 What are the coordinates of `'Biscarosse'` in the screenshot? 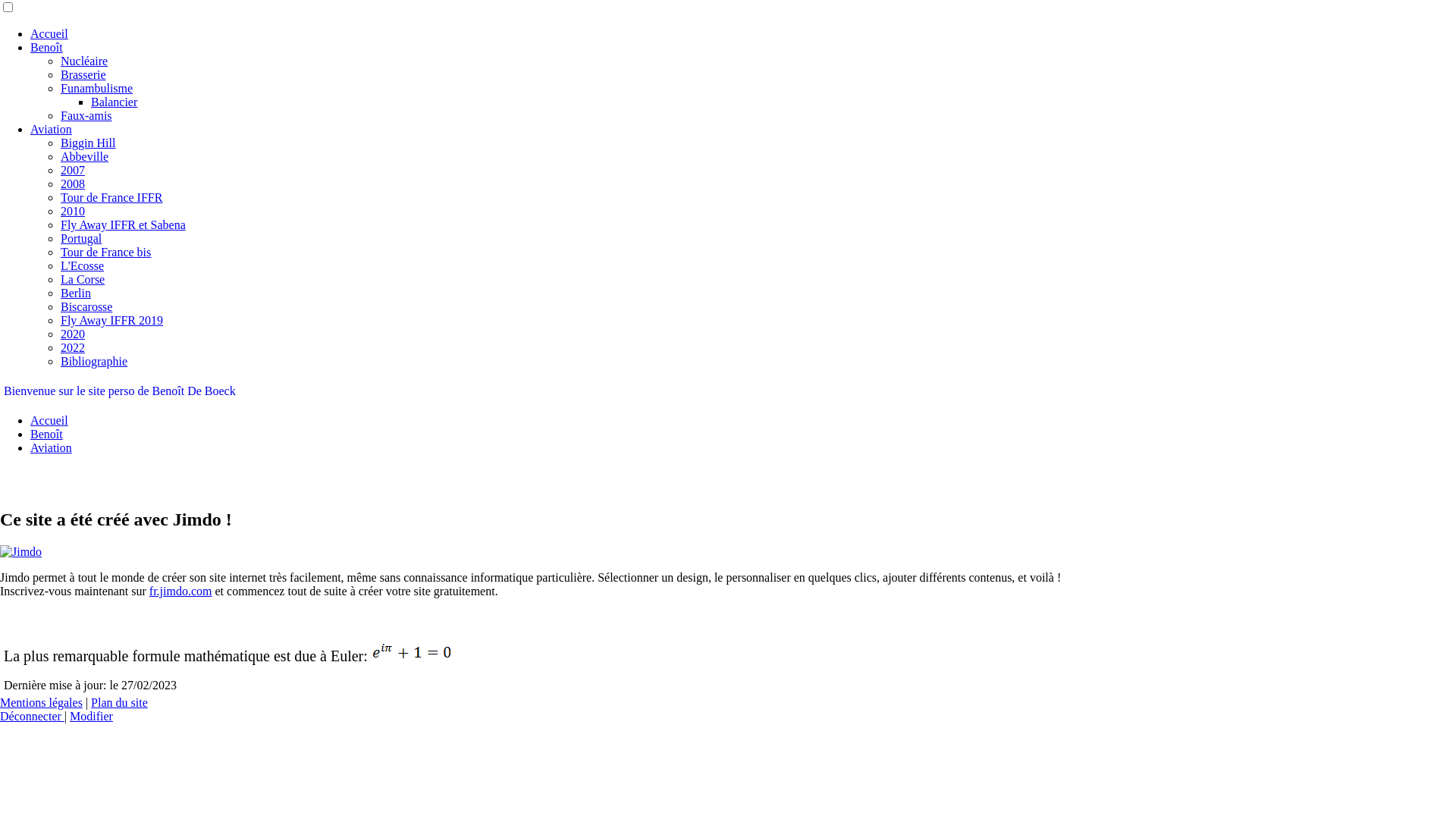 It's located at (86, 306).